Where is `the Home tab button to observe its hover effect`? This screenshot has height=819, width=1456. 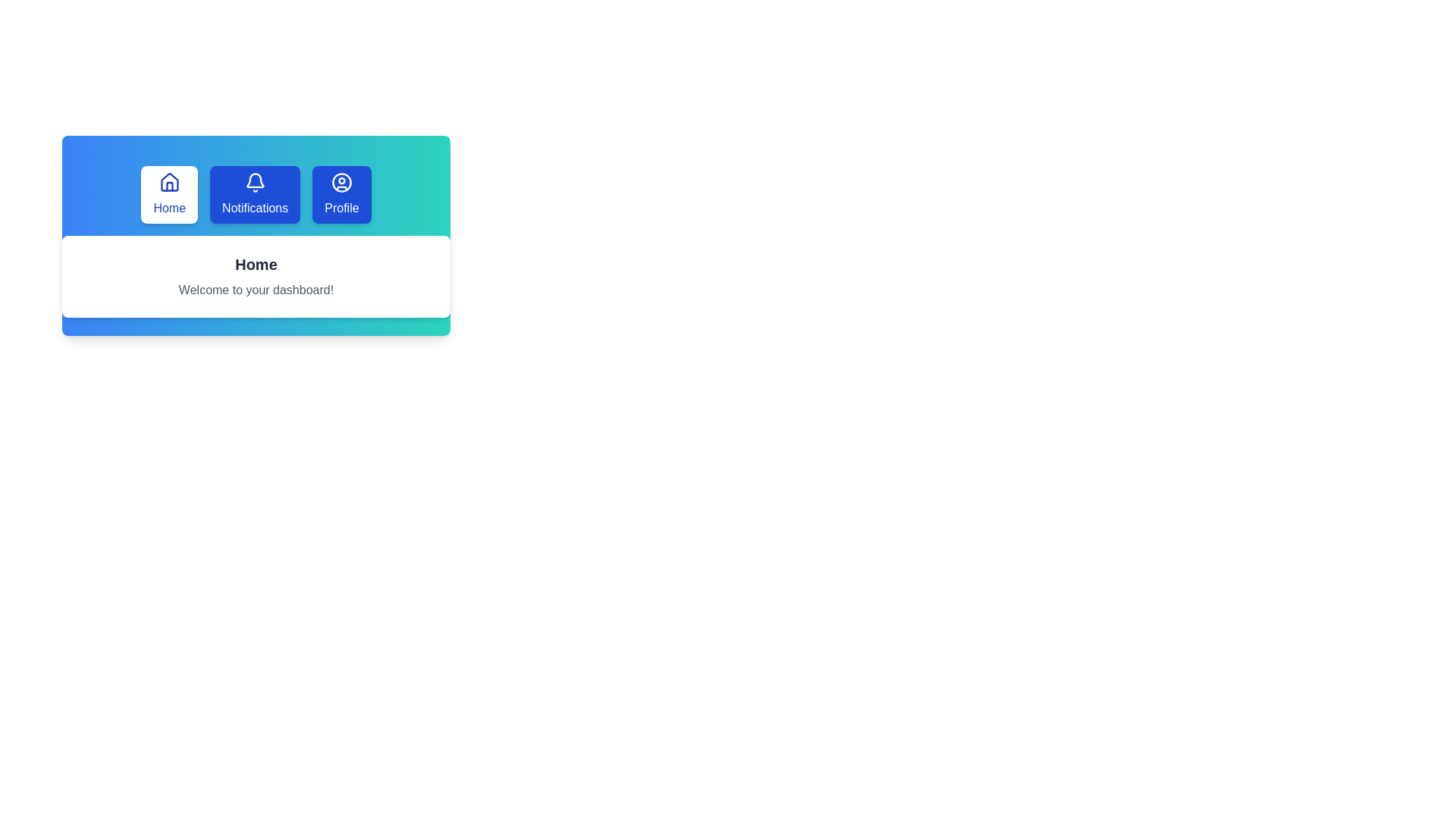
the Home tab button to observe its hover effect is located at coordinates (169, 194).